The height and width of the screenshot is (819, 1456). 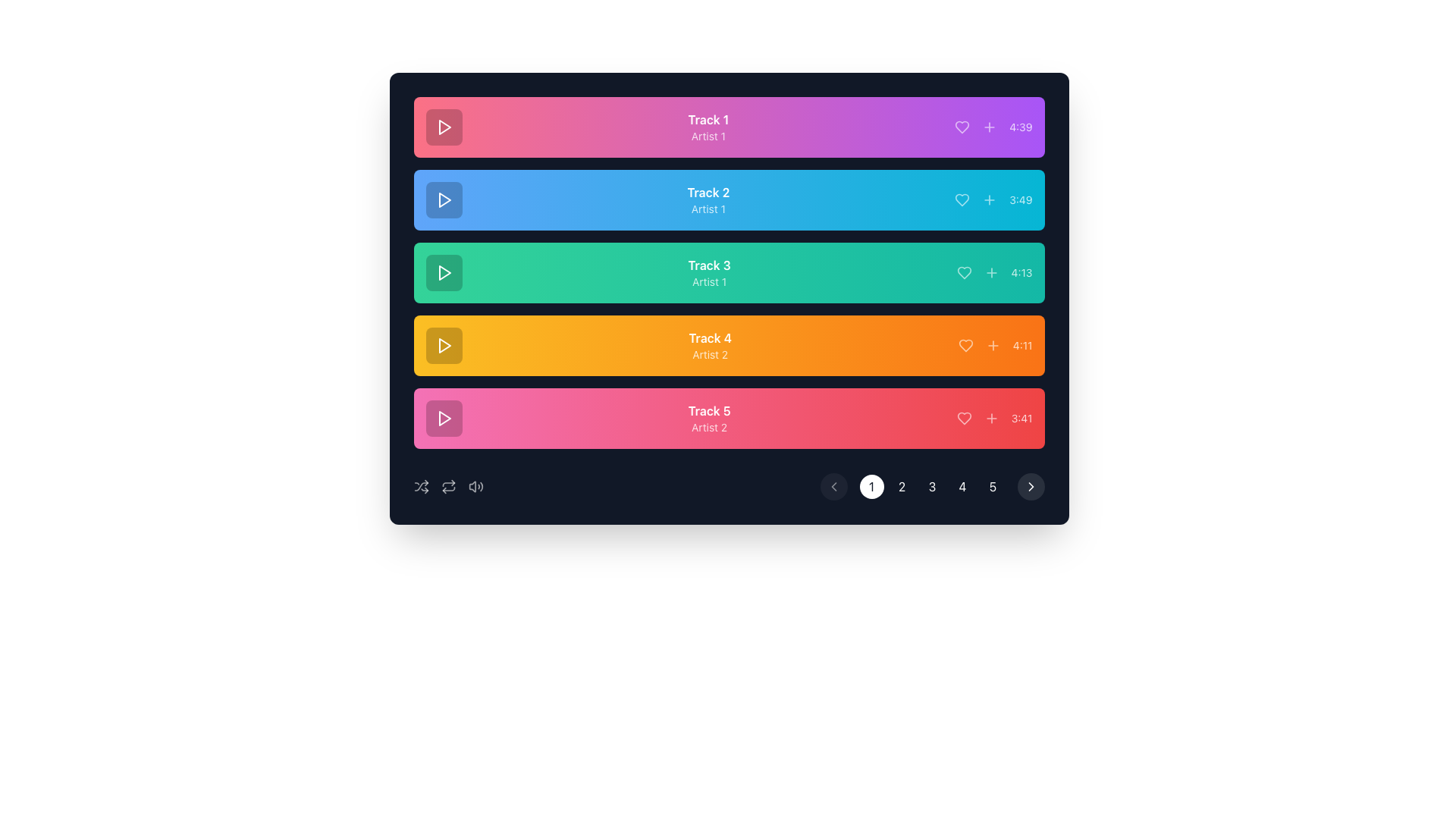 I want to click on the small square button with a white '+' symbol on a red background, located at the far right side of the fifth list item labeled 'Track 5 Artist 2', so click(x=991, y=418).